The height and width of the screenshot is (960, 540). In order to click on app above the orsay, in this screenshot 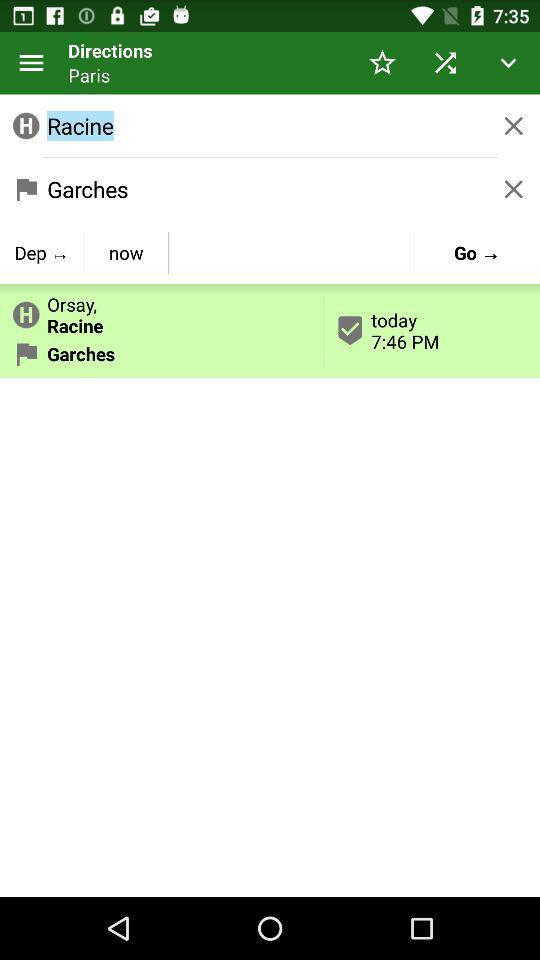, I will do `click(42, 251)`.